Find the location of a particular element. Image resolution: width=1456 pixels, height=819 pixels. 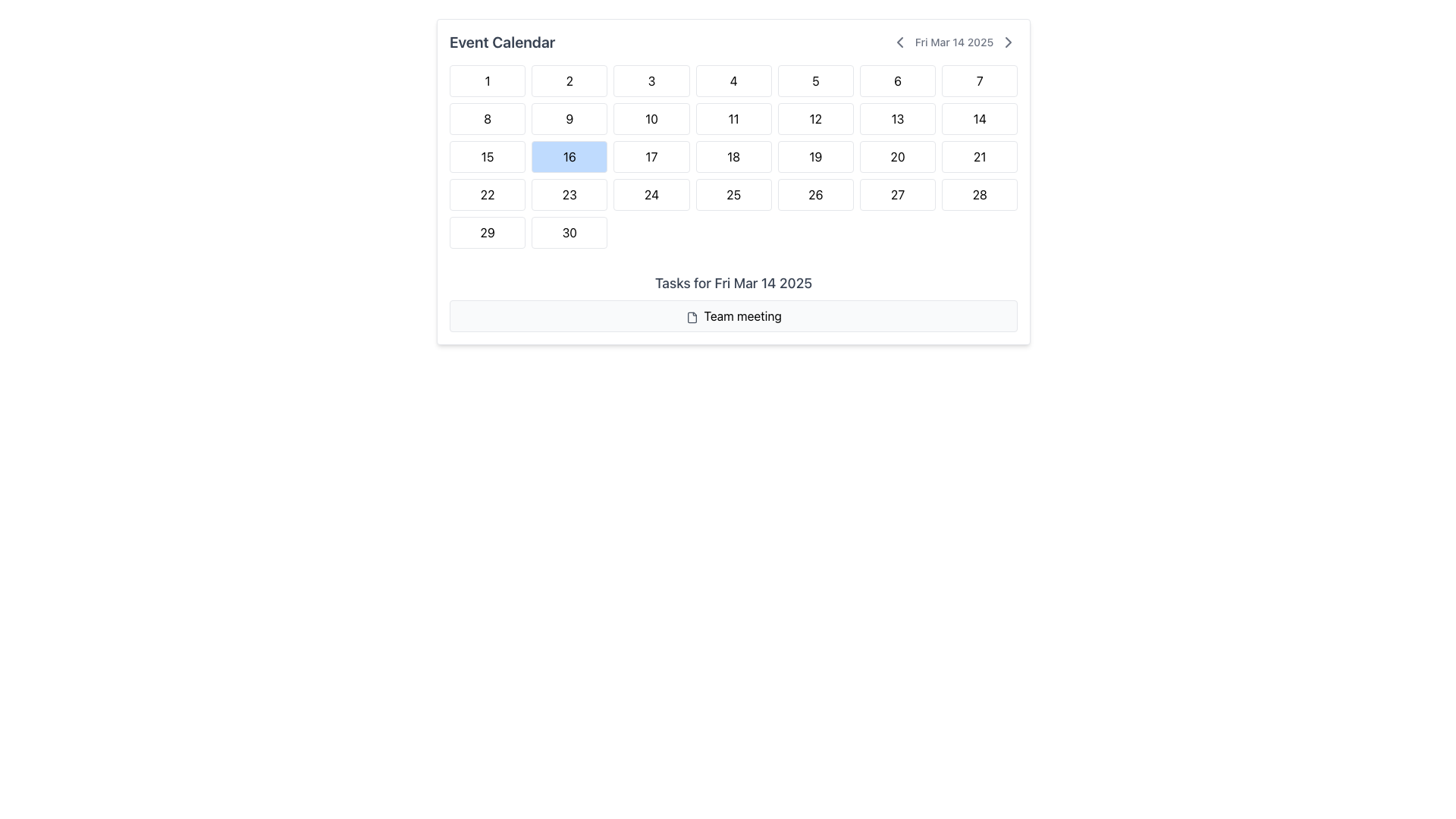

the square-shaped button with the number '3' in bold text is located at coordinates (651, 81).